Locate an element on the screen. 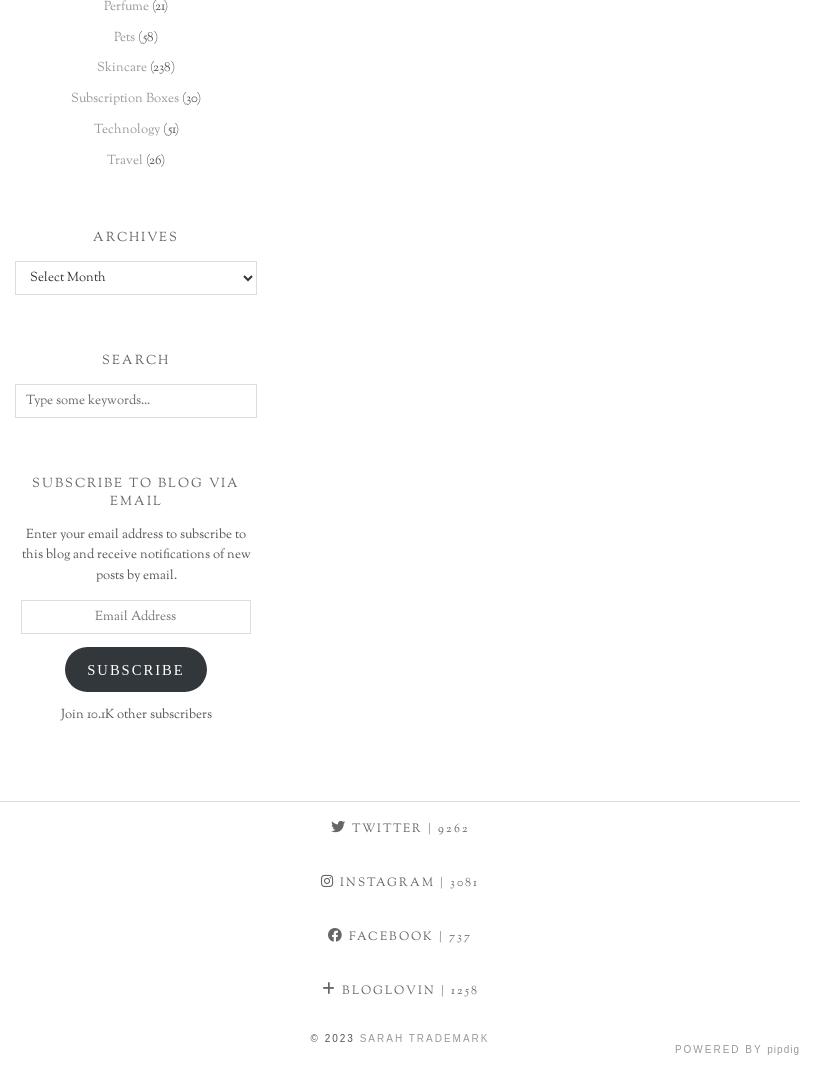  'pipdig' is located at coordinates (766, 1048).